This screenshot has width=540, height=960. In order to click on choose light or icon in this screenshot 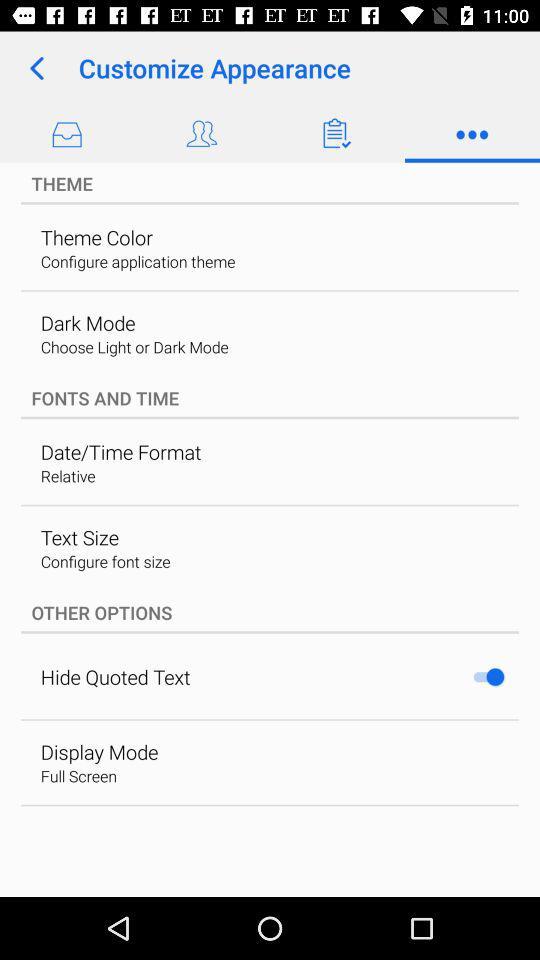, I will do `click(134, 347)`.